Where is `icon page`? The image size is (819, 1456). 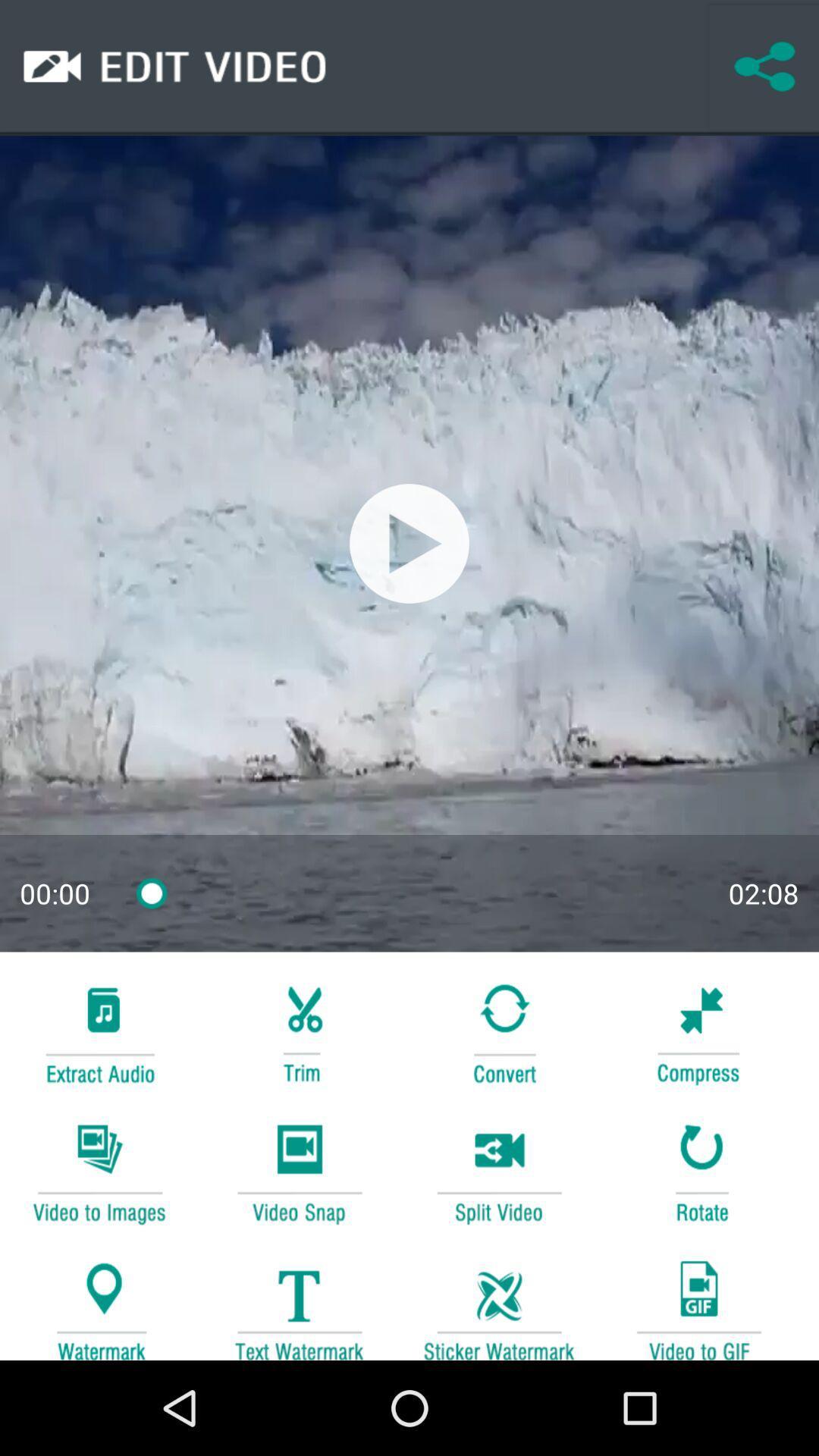 icon page is located at coordinates (698, 1031).